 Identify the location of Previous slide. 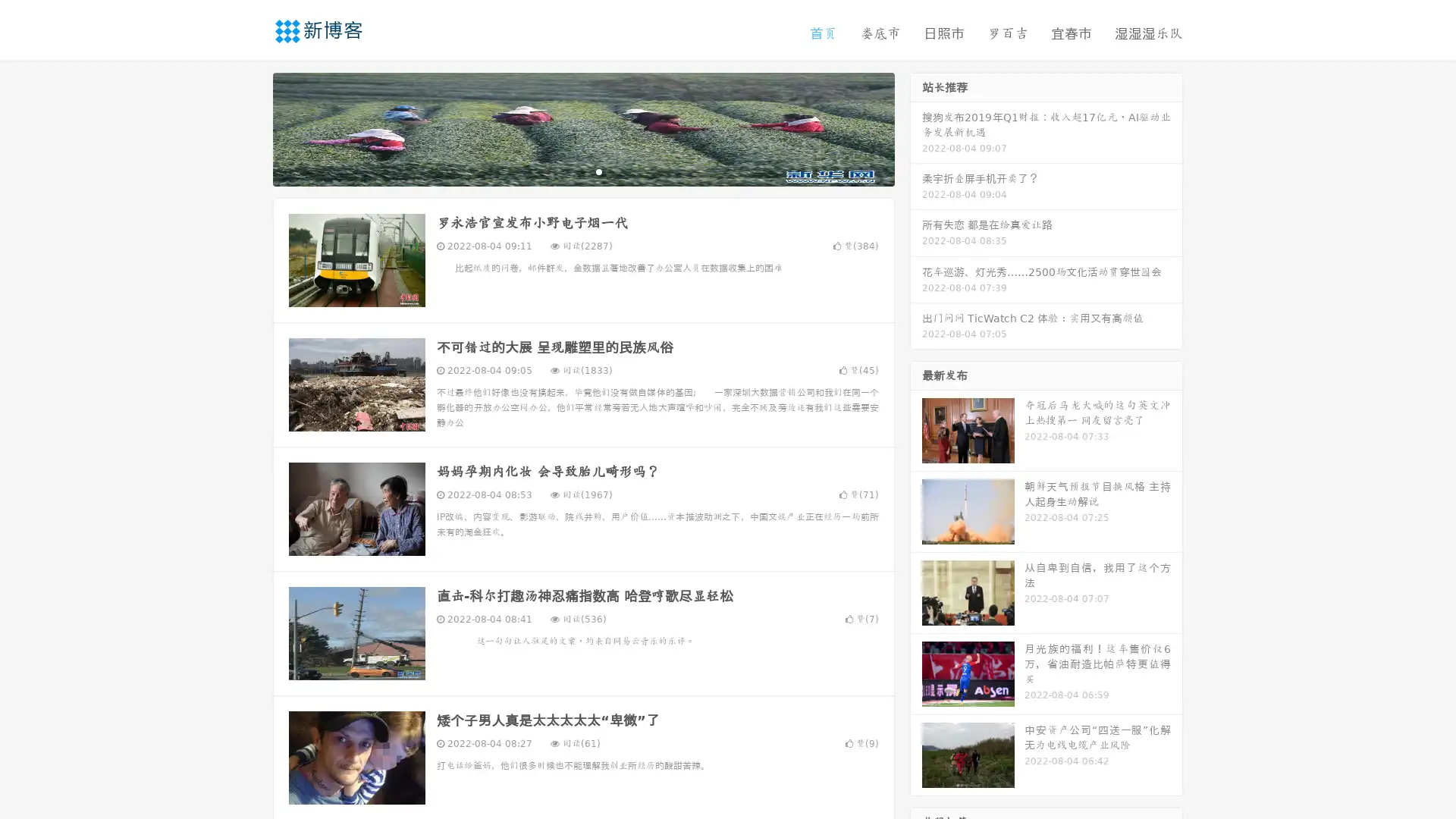
(250, 127).